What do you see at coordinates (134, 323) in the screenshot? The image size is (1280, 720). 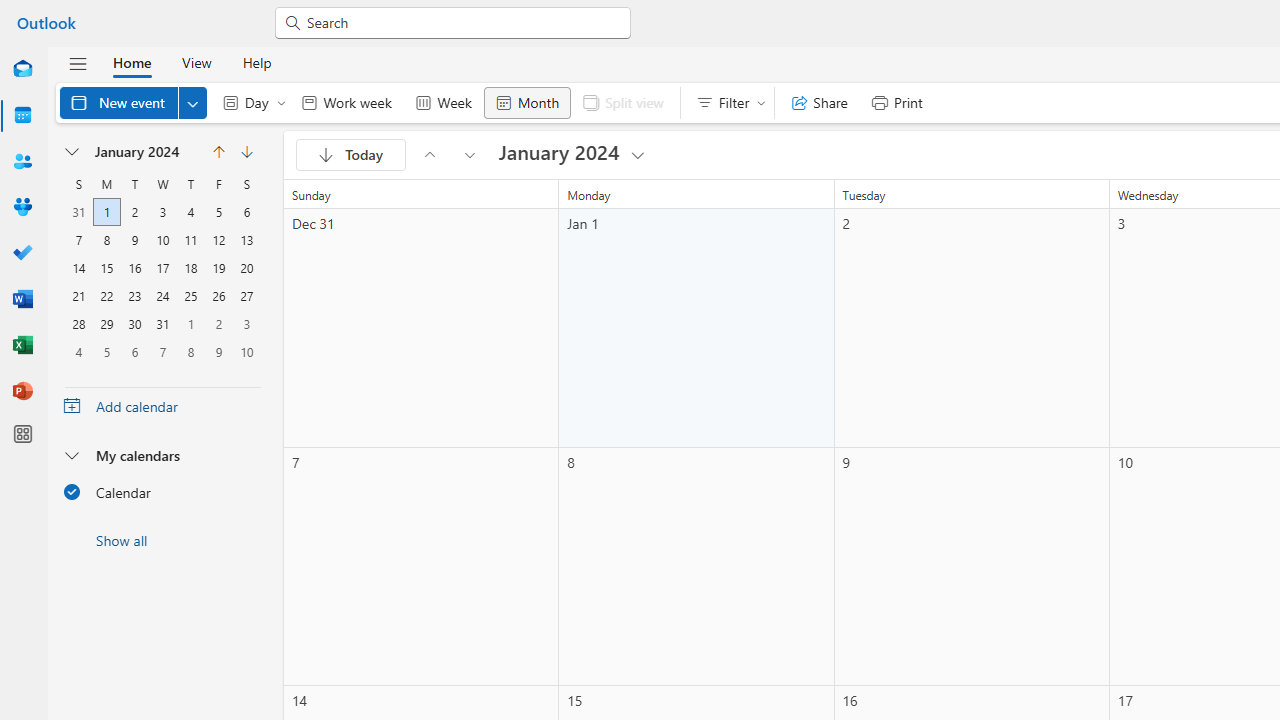 I see `'30, January, 2024'` at bounding box center [134, 323].